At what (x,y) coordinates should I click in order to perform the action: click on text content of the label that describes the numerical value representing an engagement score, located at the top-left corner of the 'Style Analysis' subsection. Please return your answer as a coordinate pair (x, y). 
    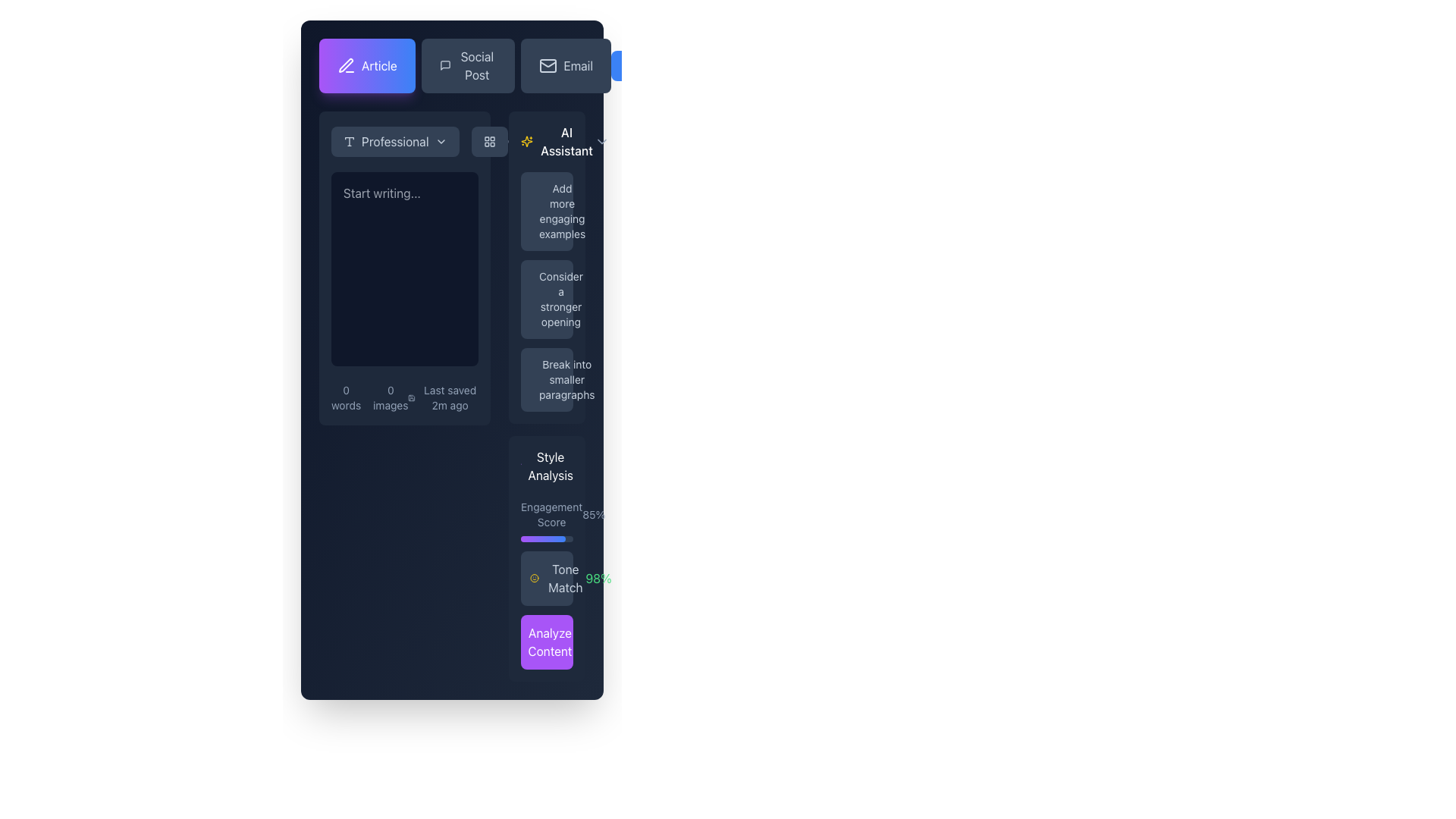
    Looking at the image, I should click on (551, 513).